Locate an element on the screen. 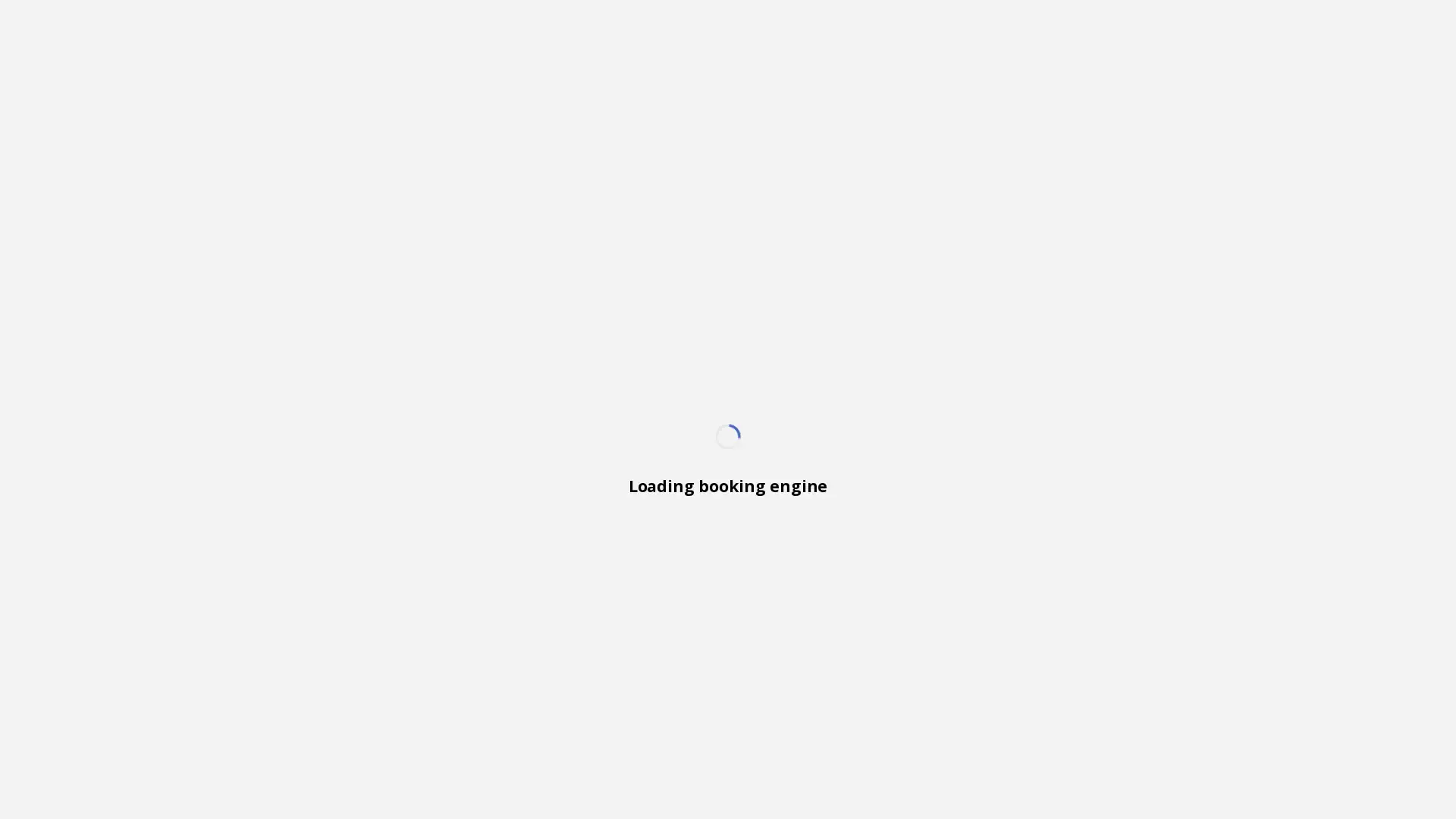 This screenshot has width=1456, height=819. No, adjust is located at coordinates (1367, 771).